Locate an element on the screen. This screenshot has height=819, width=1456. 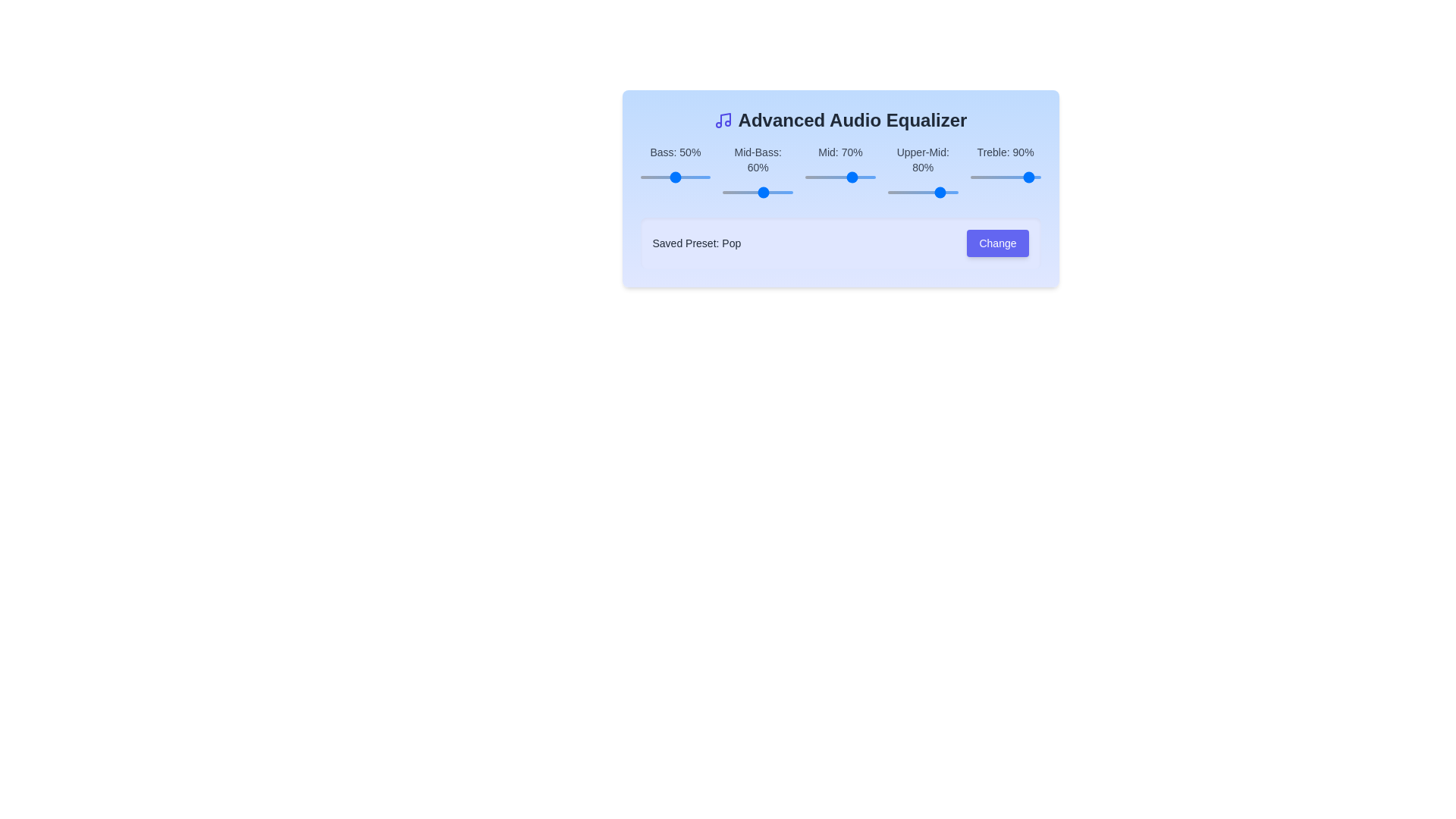
the slider for the 0 band to 34% is located at coordinates (700, 177).